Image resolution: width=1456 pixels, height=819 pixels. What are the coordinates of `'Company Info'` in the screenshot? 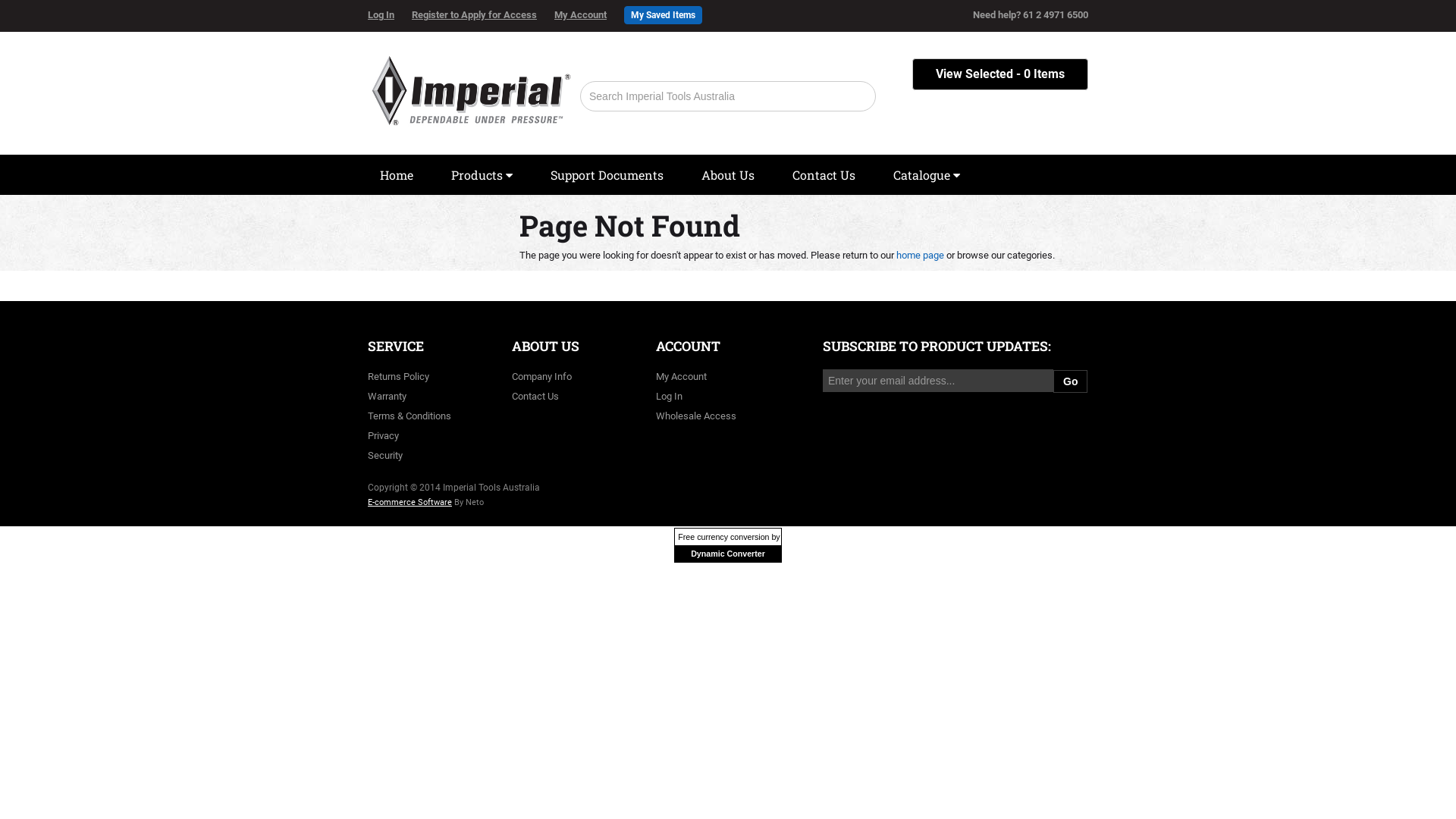 It's located at (541, 375).